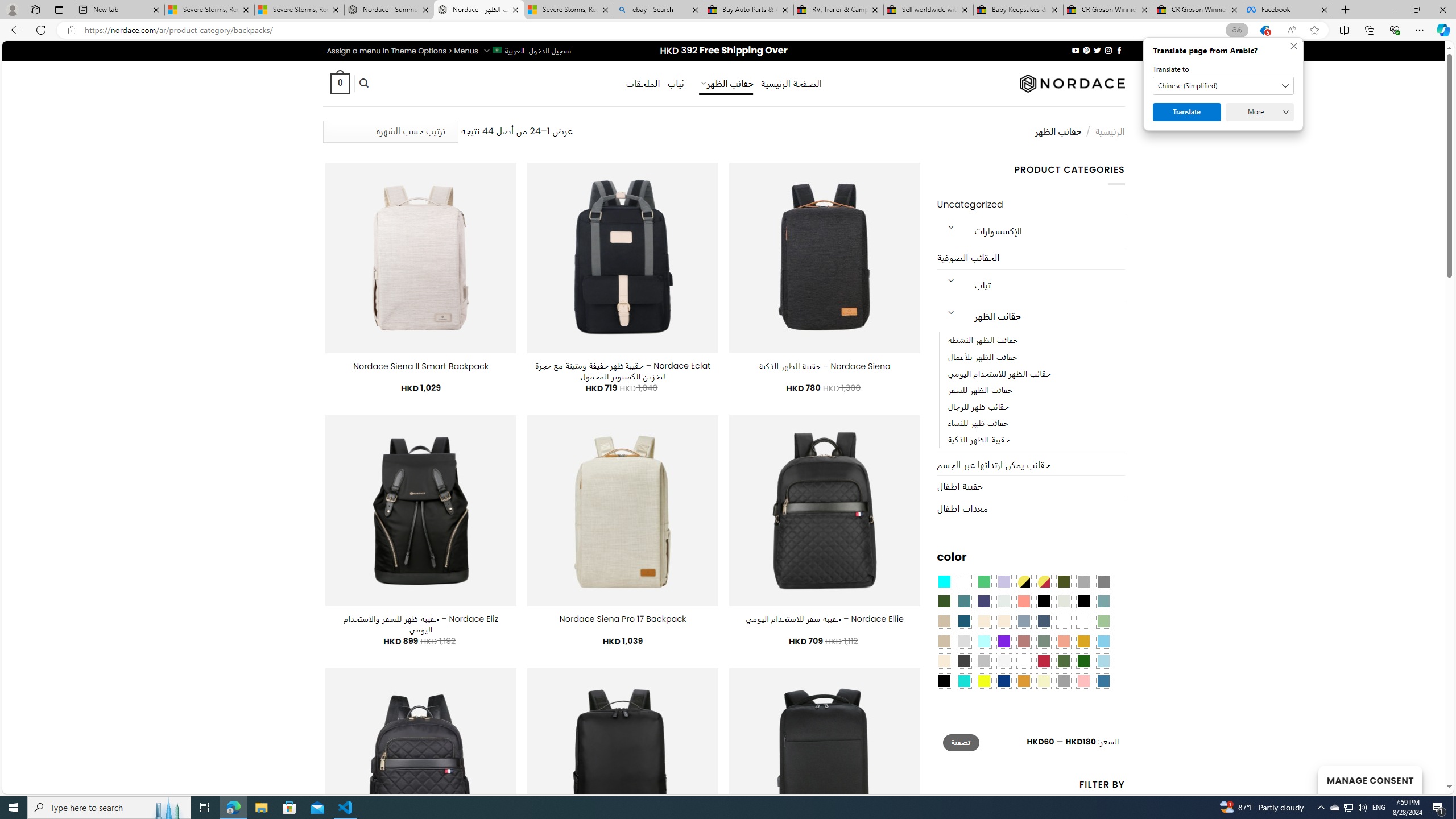 The height and width of the screenshot is (819, 1456). What do you see at coordinates (1103, 621) in the screenshot?
I see `'Light Green'` at bounding box center [1103, 621].